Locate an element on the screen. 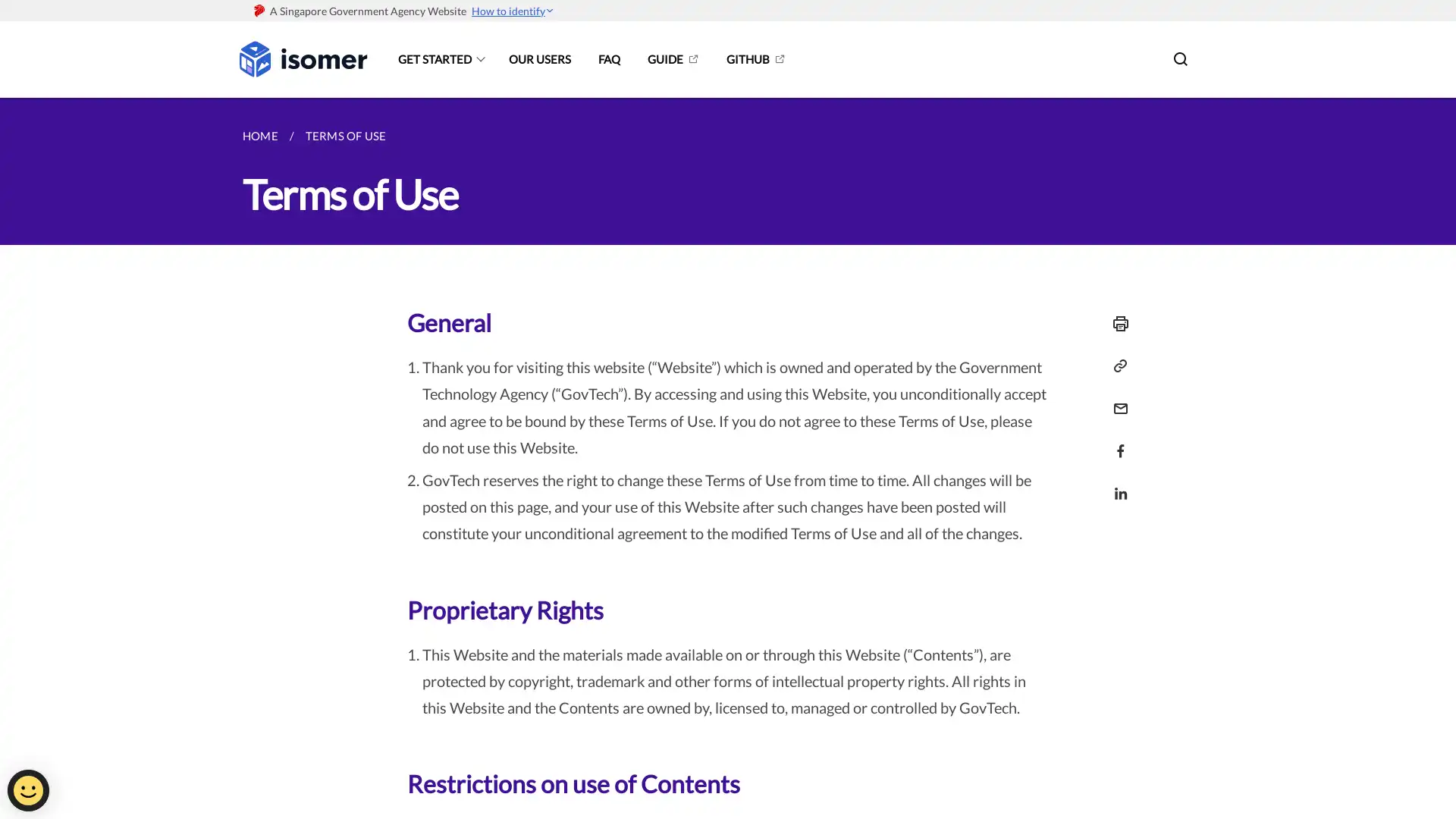  Print is located at coordinates (1116, 323).